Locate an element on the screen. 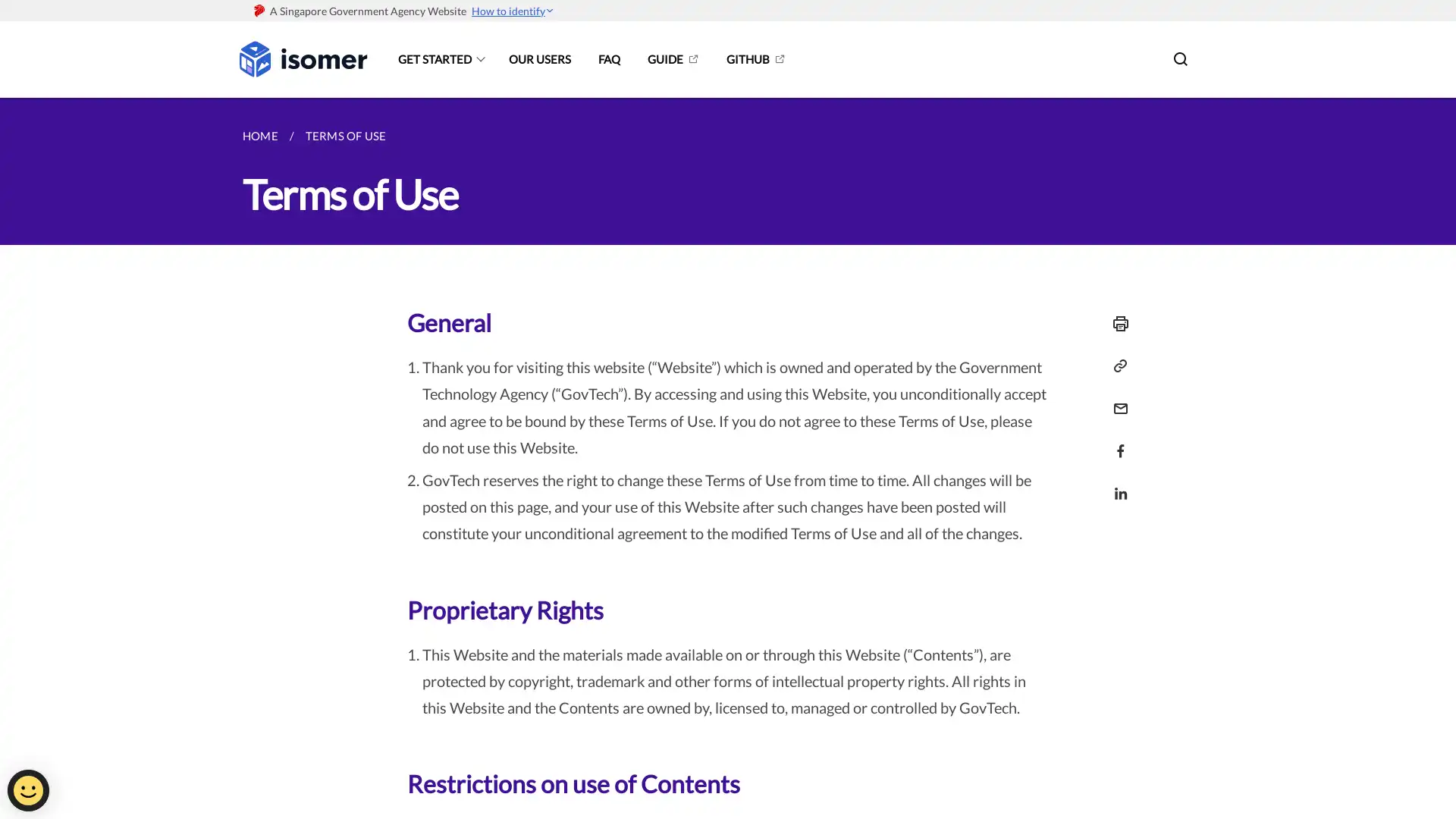  Print is located at coordinates (1116, 323).